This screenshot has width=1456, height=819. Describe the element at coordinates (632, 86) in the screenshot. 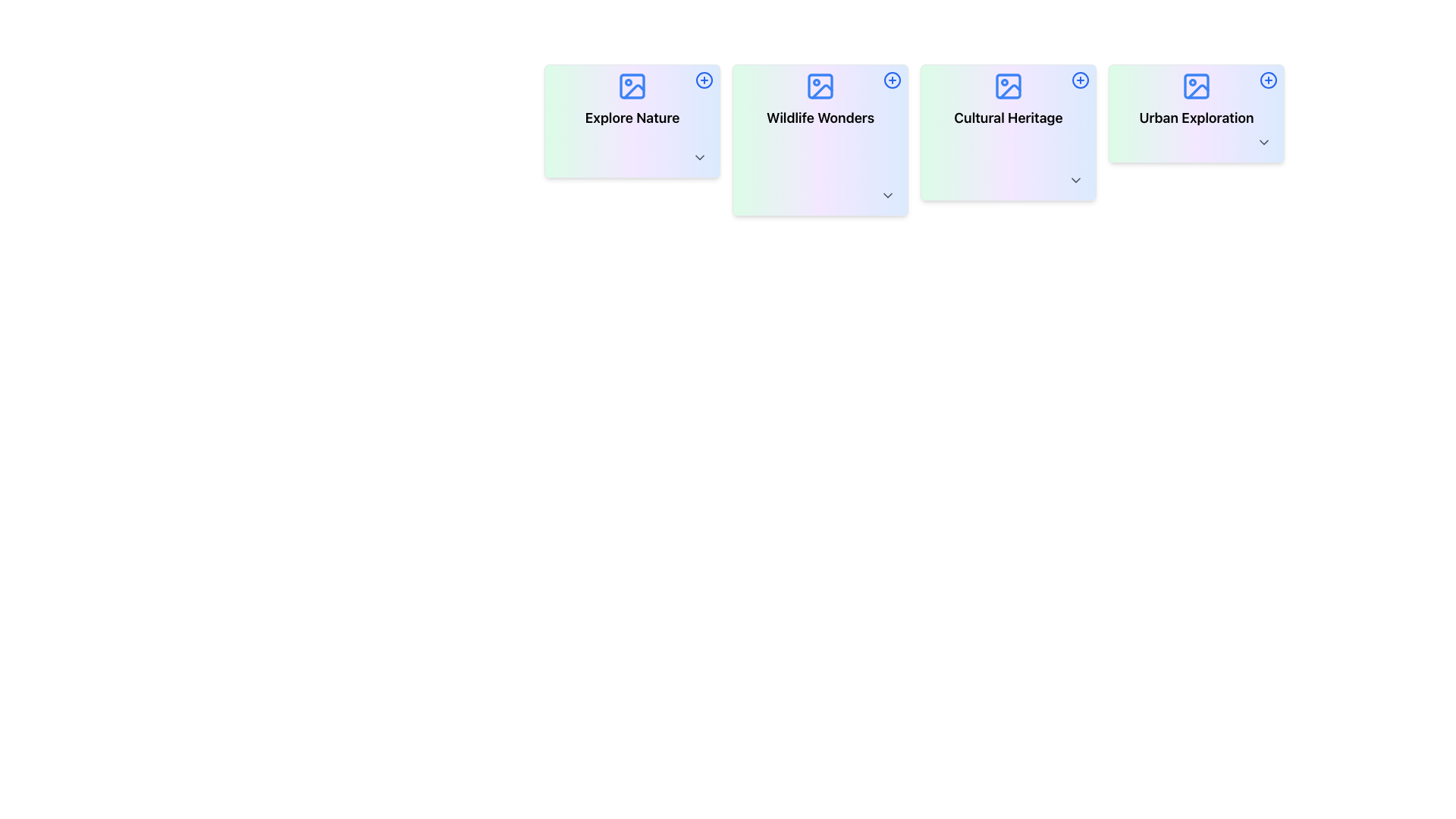

I see `the decorative icon inside the 'Explore Nature' card, positioned at the top center` at that location.